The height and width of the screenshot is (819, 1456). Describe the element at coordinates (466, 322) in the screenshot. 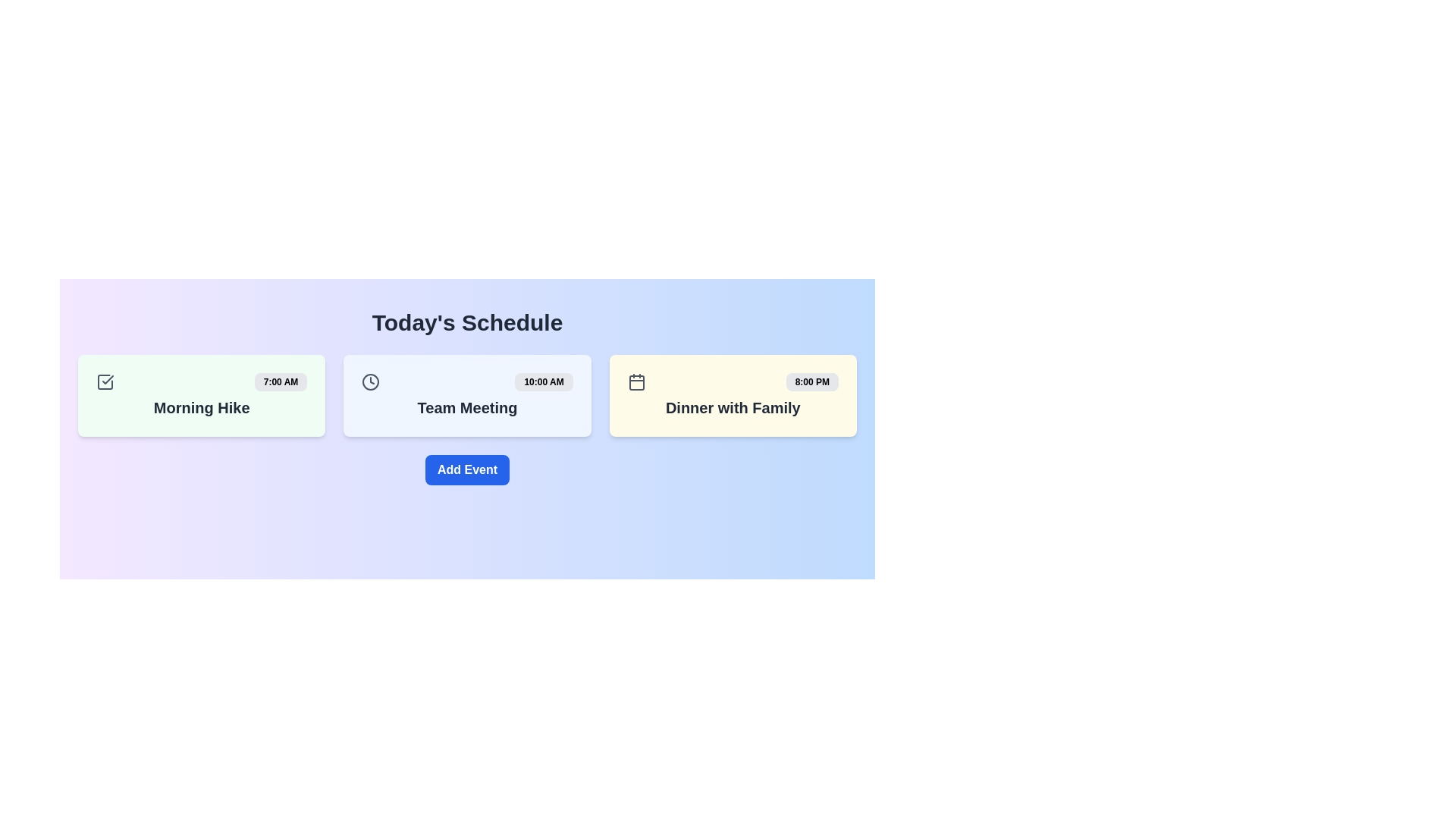

I see `the header element displaying 'Today's Schedule', which is a bold, large, centered title in dark gray` at that location.